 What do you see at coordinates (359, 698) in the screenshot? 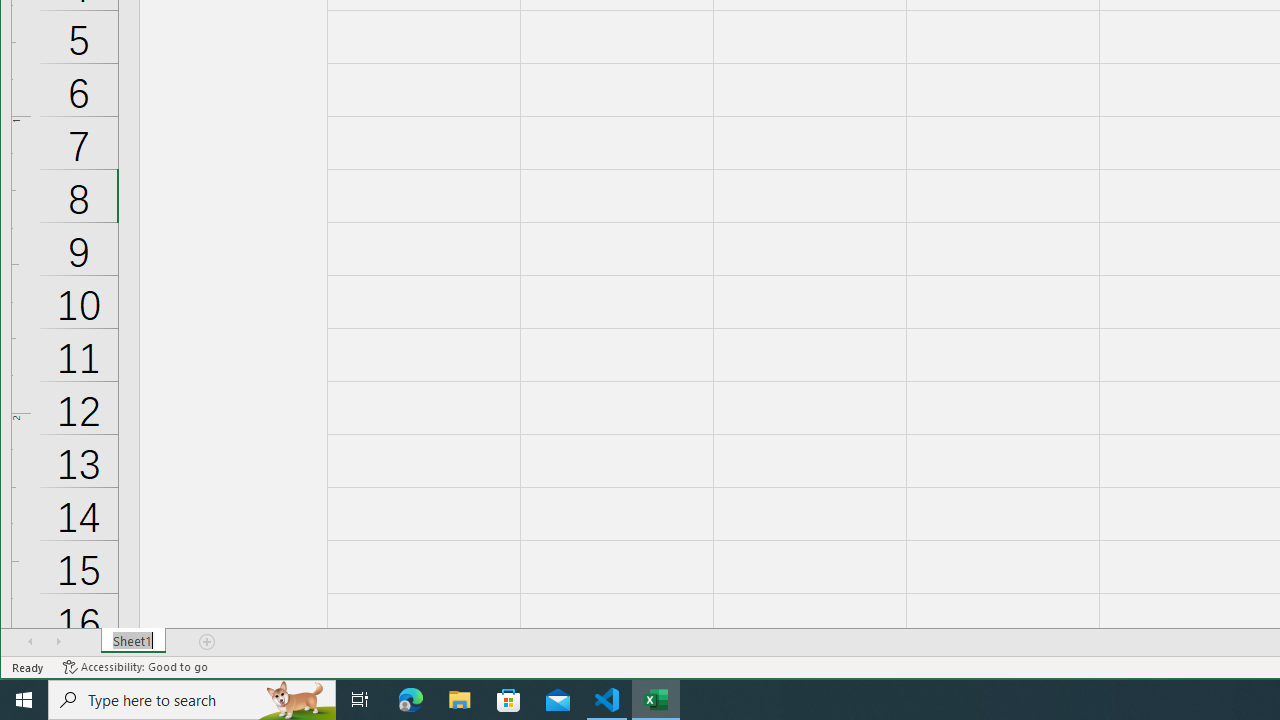
I see `'Task View'` at bounding box center [359, 698].